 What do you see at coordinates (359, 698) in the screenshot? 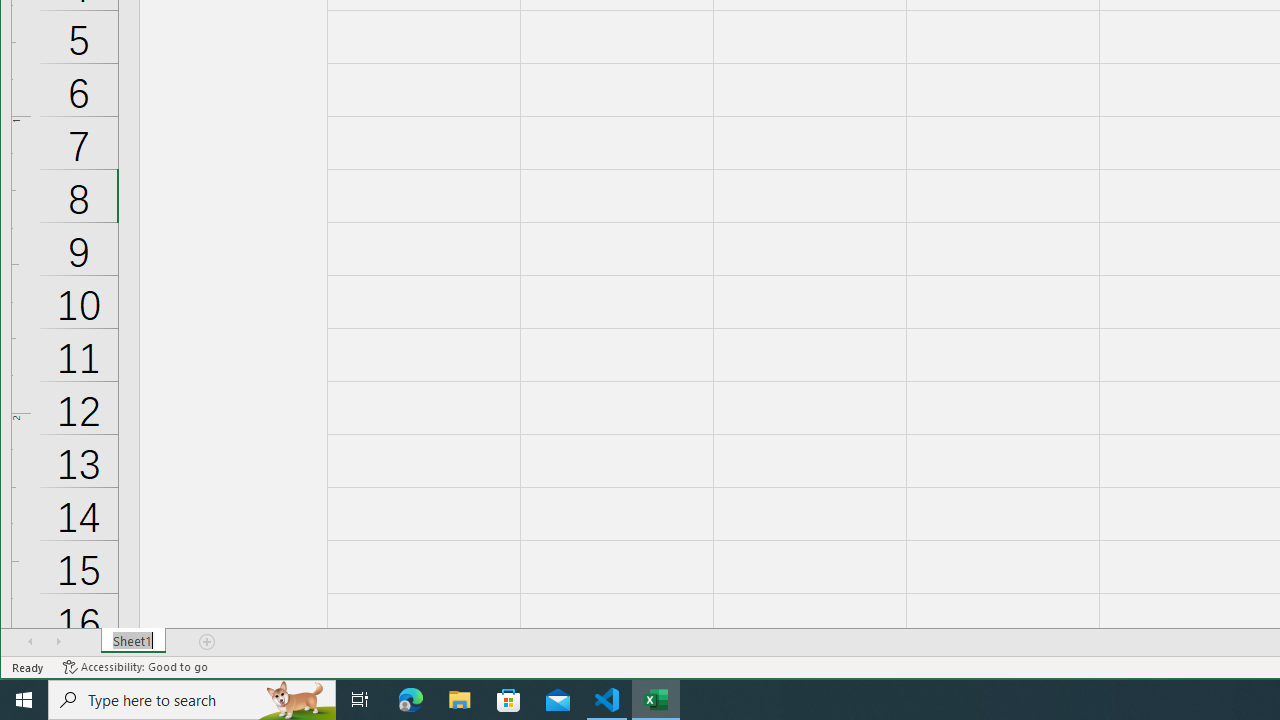
I see `'Task View'` at bounding box center [359, 698].